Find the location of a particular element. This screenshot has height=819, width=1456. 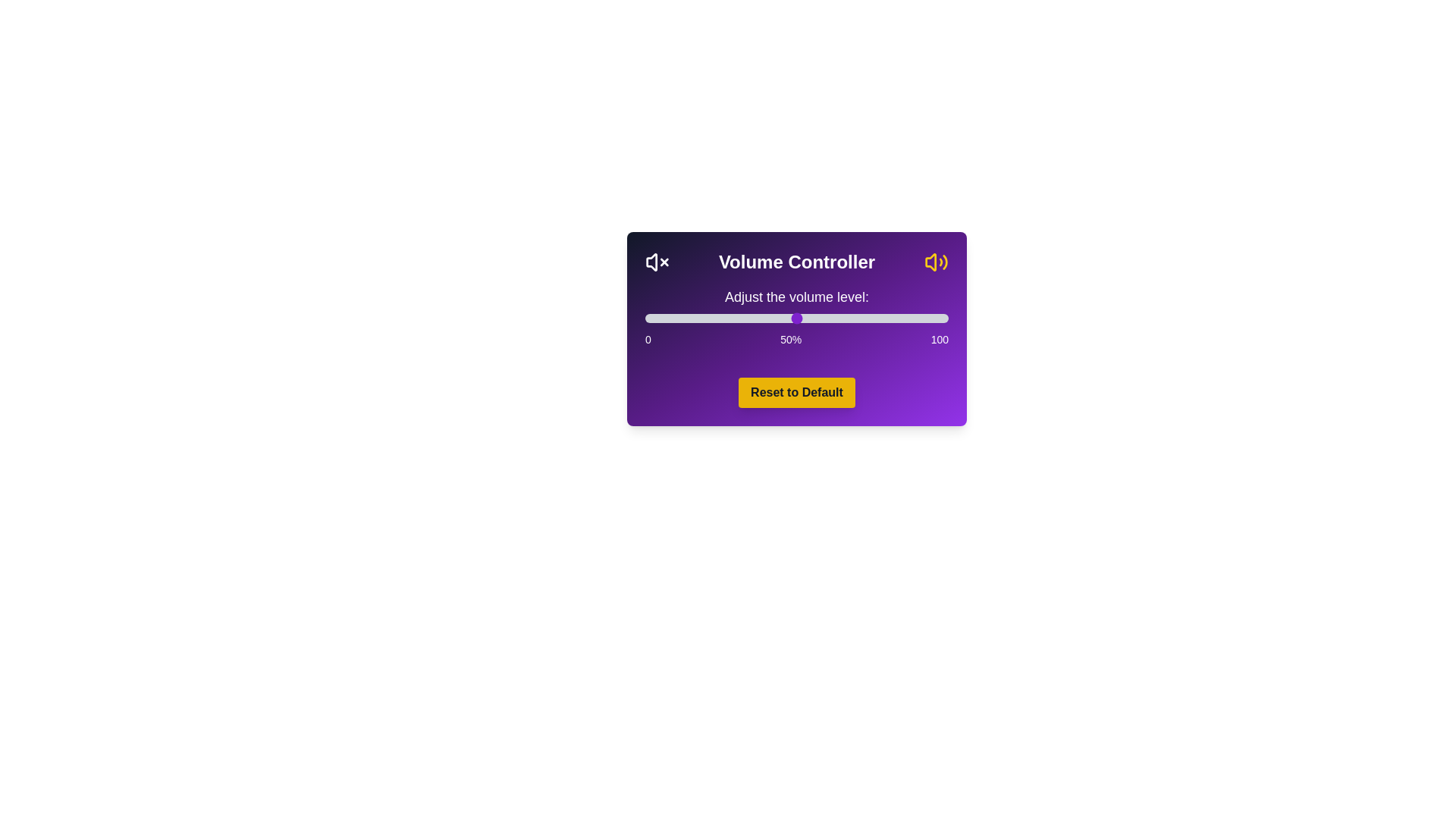

the volume slider to set the volume to 32% is located at coordinates (742, 318).